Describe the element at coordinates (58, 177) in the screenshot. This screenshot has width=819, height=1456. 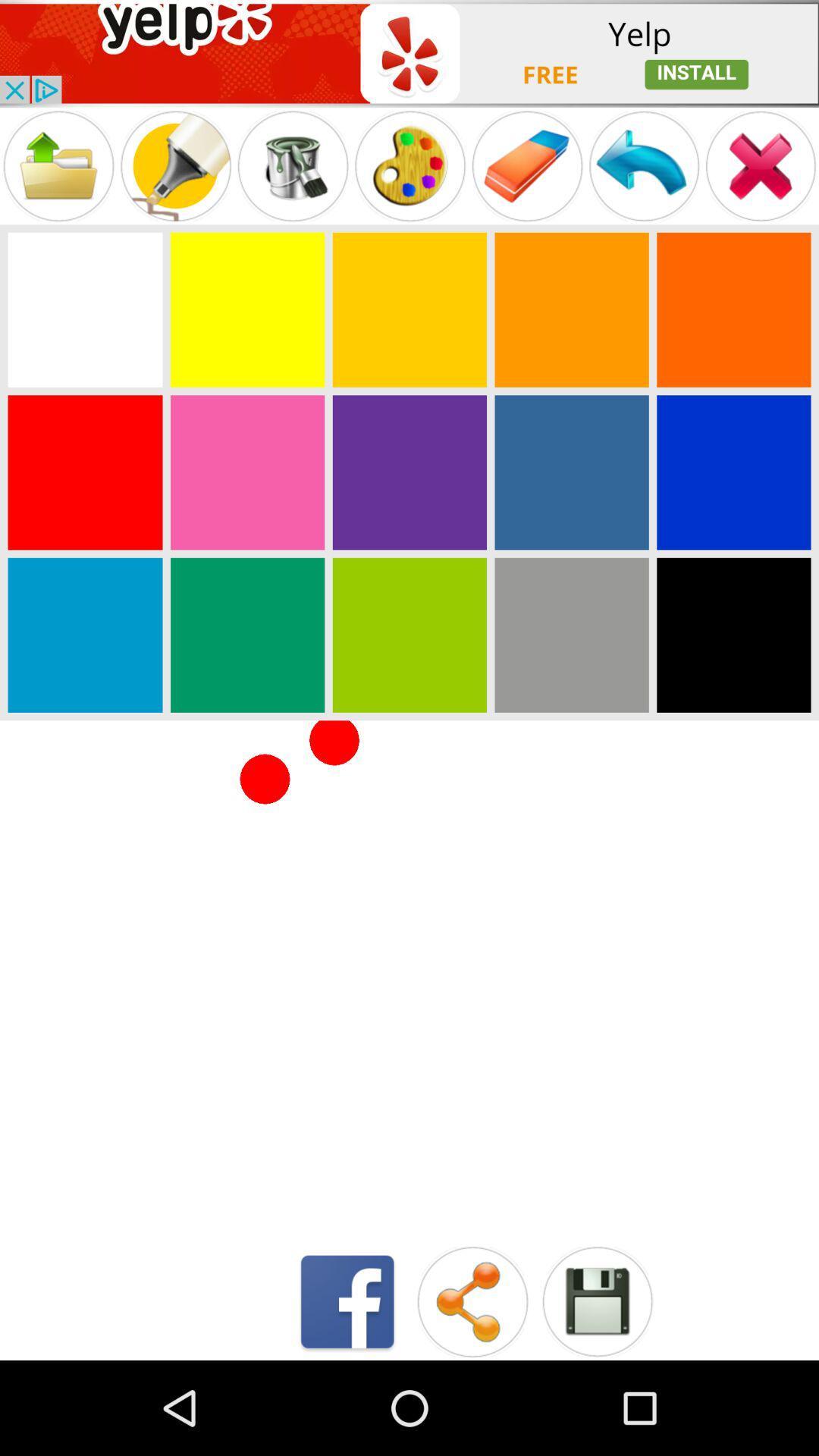
I see `the folder icon` at that location.